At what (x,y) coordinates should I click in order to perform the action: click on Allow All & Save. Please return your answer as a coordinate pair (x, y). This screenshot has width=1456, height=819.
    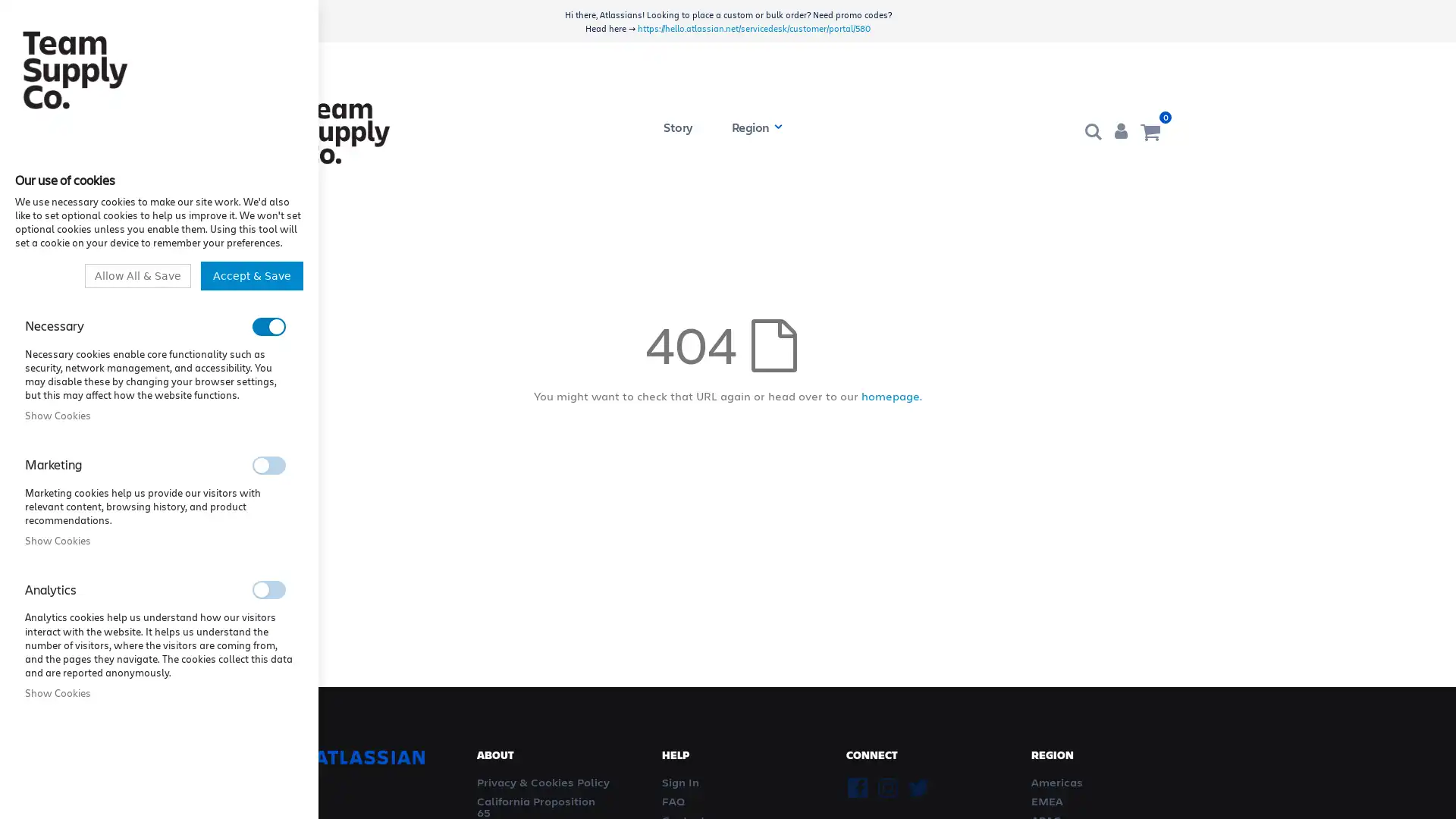
    Looking at the image, I should click on (149, 275).